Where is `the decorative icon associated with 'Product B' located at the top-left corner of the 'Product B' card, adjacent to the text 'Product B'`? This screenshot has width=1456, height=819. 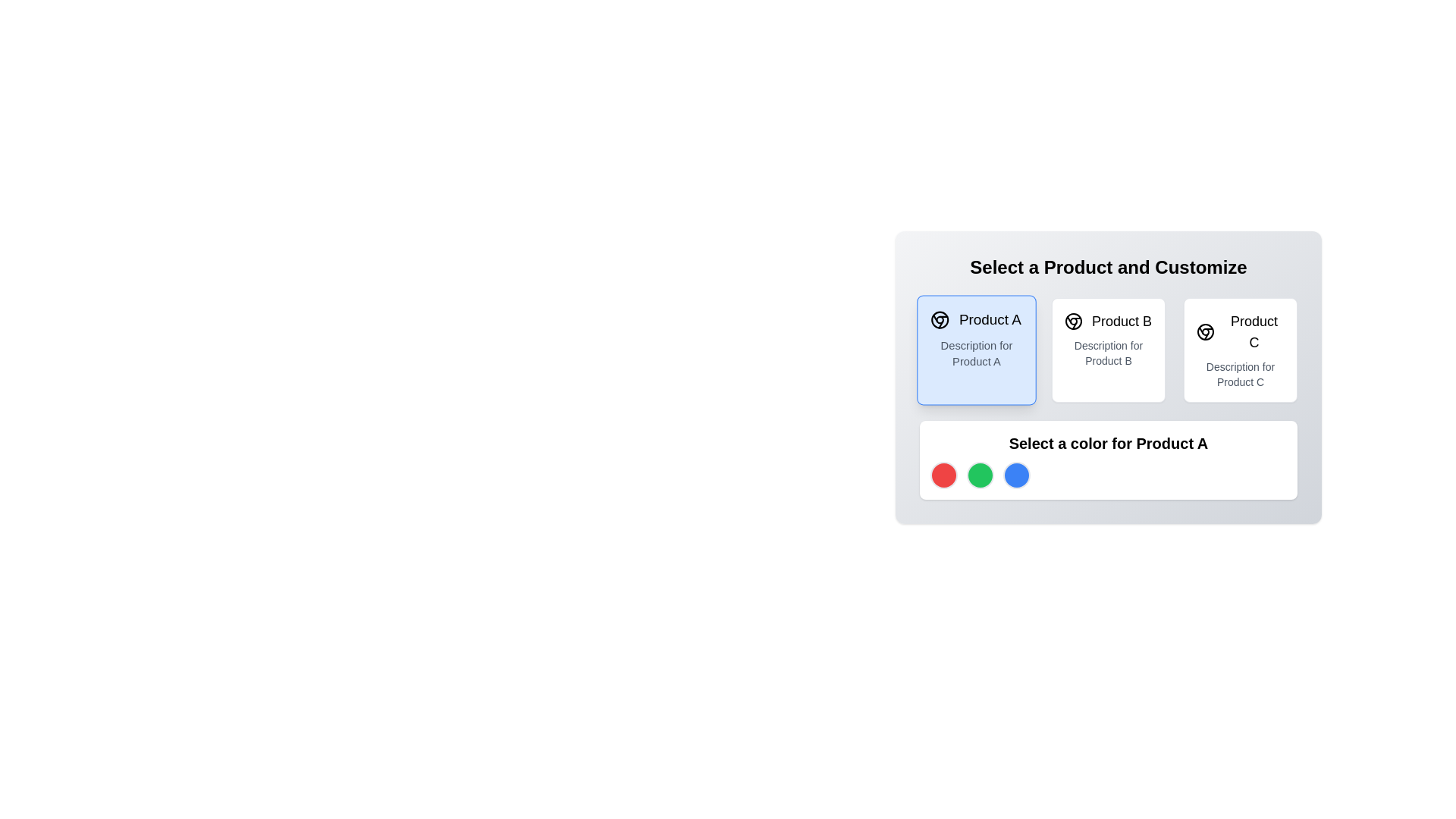 the decorative icon associated with 'Product B' located at the top-left corner of the 'Product B' card, adjacent to the text 'Product B' is located at coordinates (1073, 321).